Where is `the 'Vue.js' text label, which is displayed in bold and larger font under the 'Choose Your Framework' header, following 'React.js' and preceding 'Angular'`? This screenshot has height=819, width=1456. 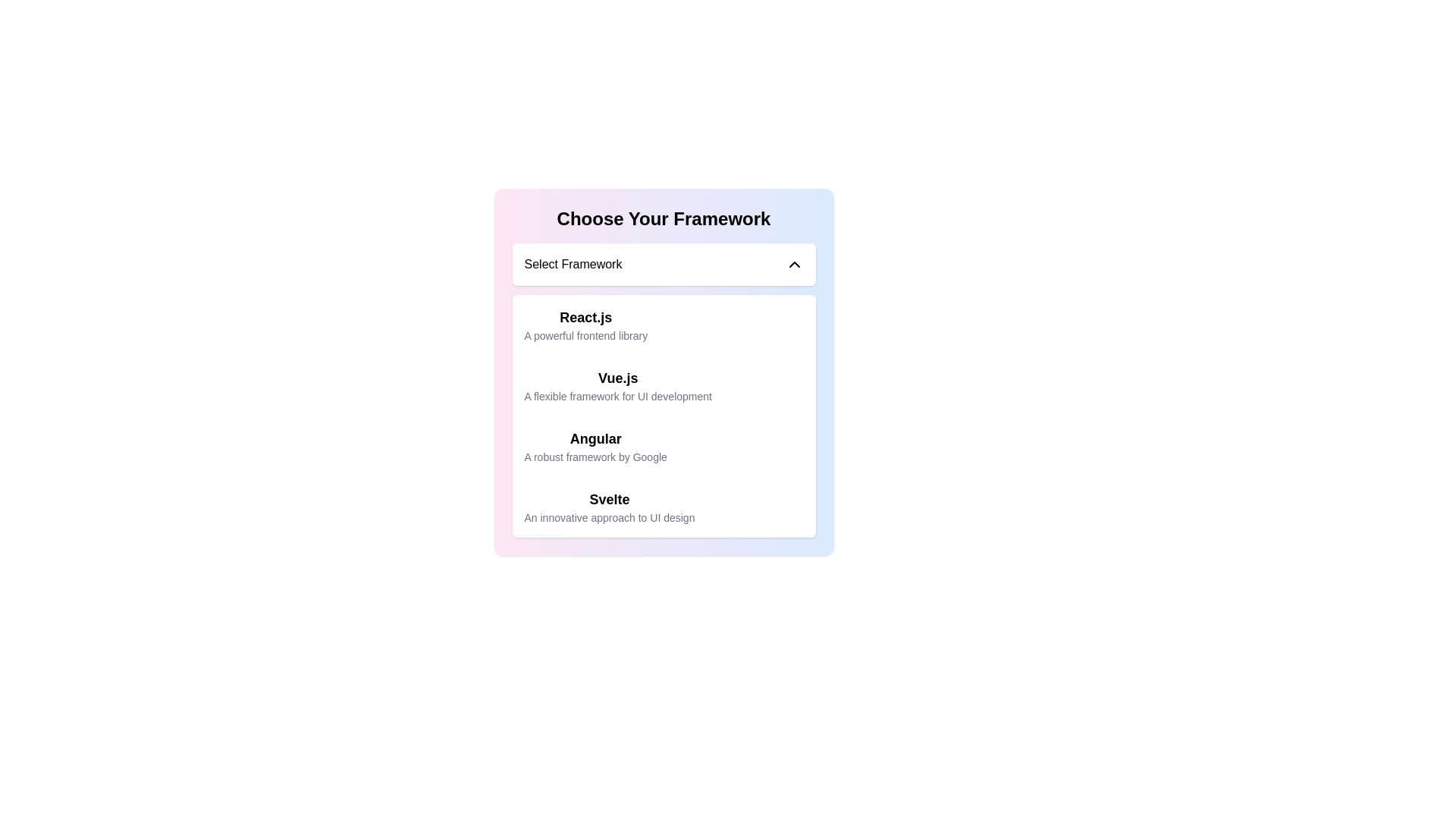
the 'Vue.js' text label, which is displayed in bold and larger font under the 'Choose Your Framework' header, following 'React.js' and preceding 'Angular' is located at coordinates (618, 377).